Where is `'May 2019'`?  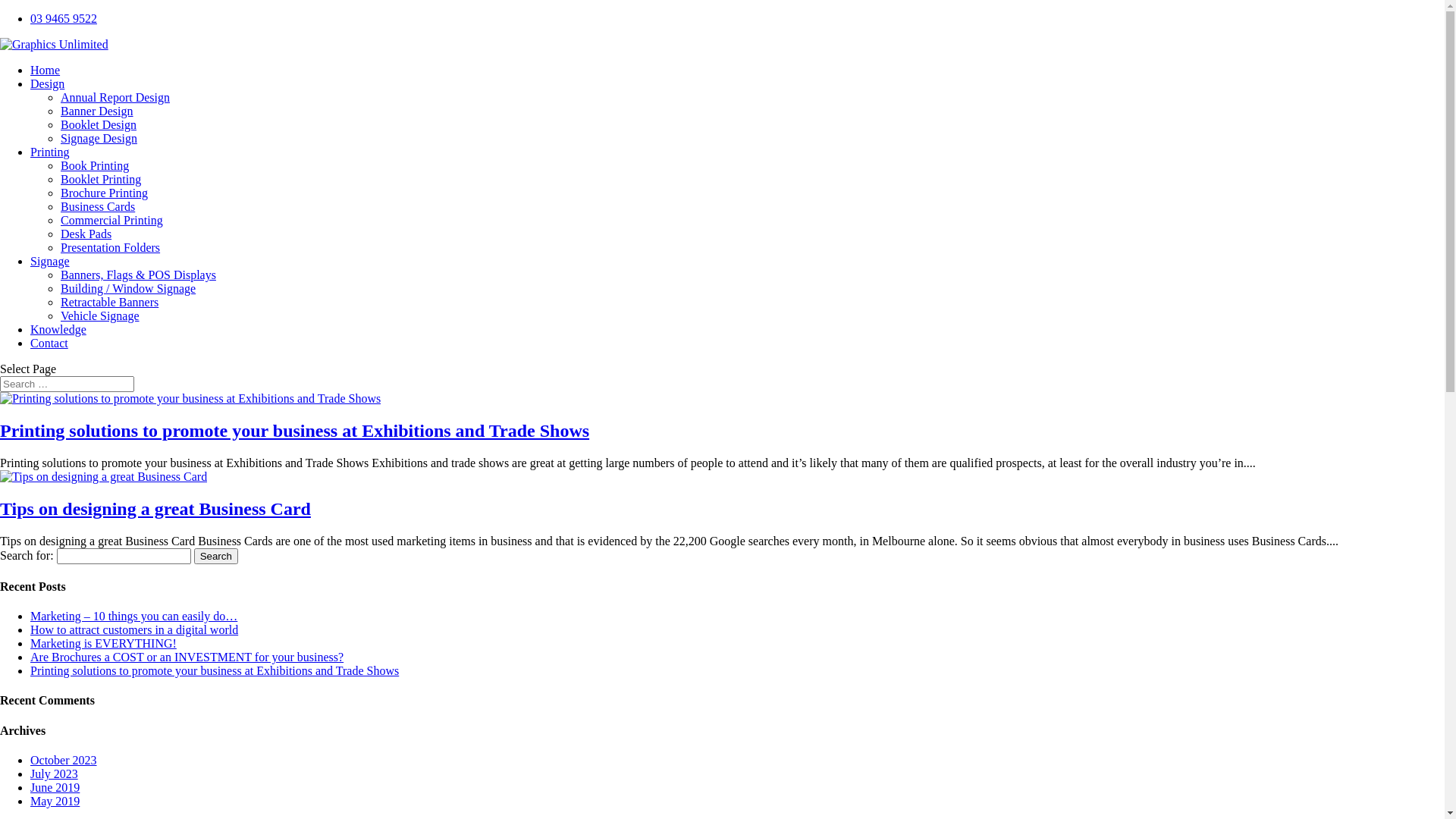
'May 2019' is located at coordinates (55, 800).